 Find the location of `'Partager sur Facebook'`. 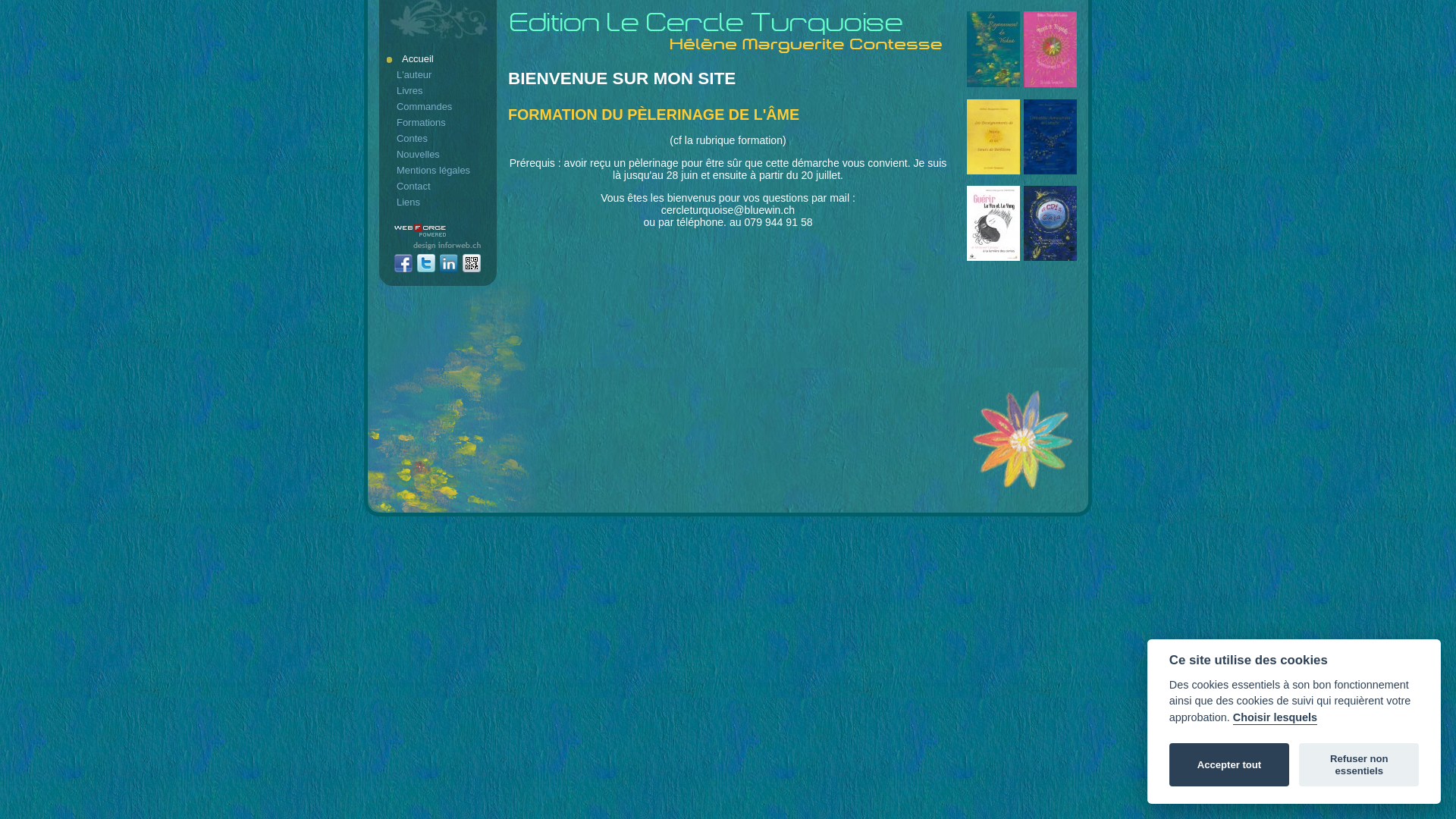

'Partager sur Facebook' is located at coordinates (403, 263).